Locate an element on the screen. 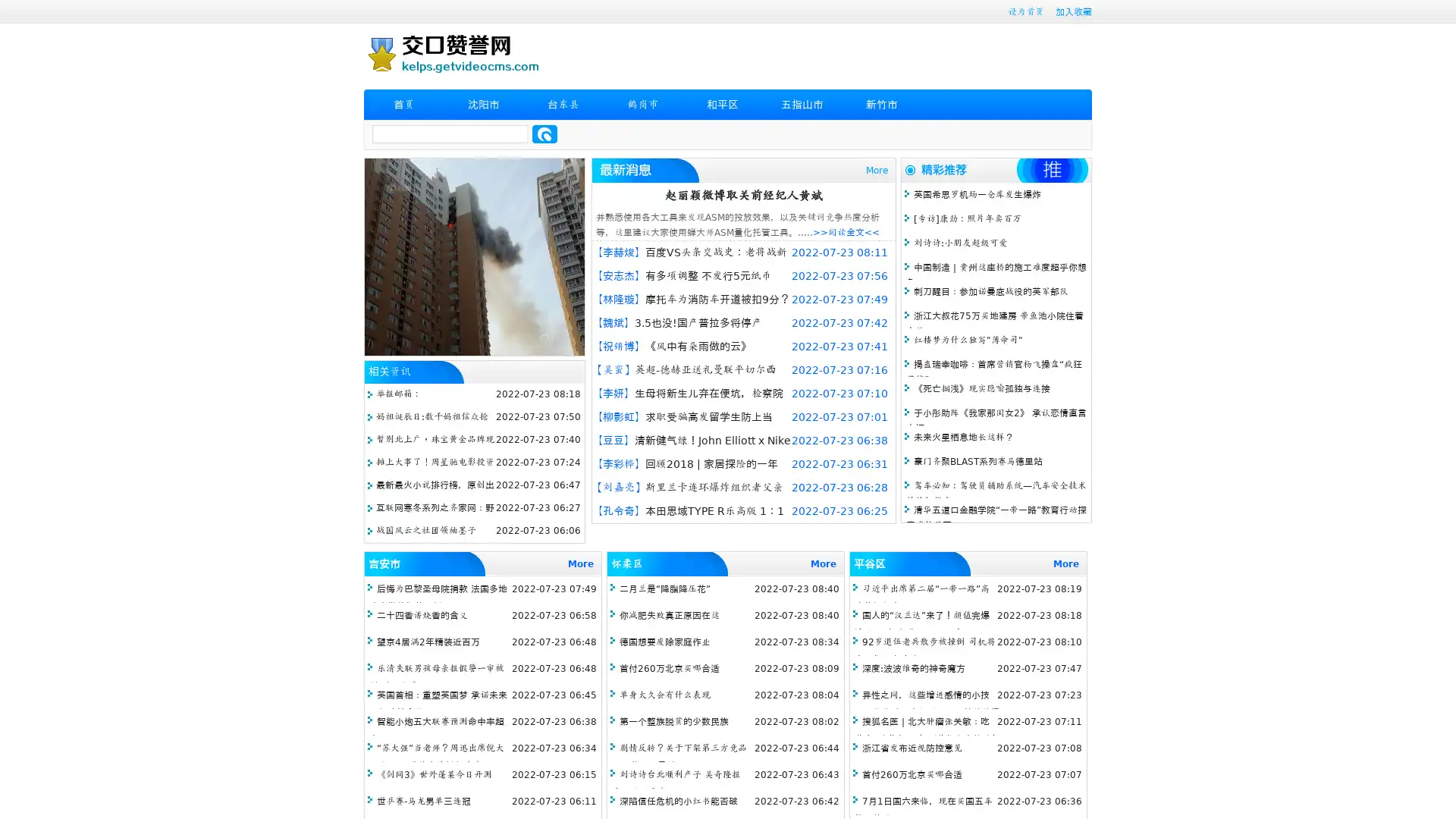 The image size is (1456, 819). Search is located at coordinates (544, 133).